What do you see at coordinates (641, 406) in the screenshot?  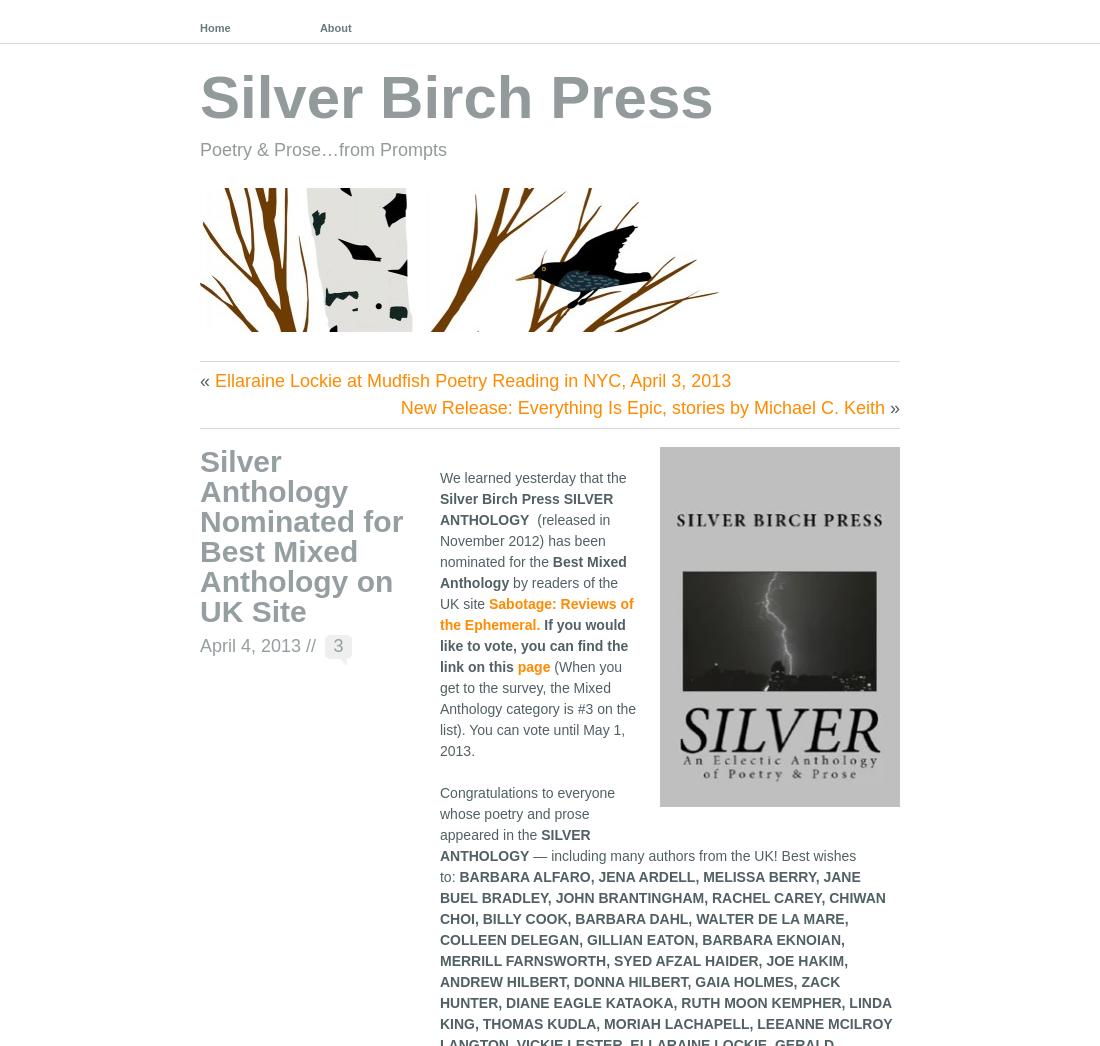 I see `'New Release: Everything Is Epic, stories by Michael C. Keith'` at bounding box center [641, 406].